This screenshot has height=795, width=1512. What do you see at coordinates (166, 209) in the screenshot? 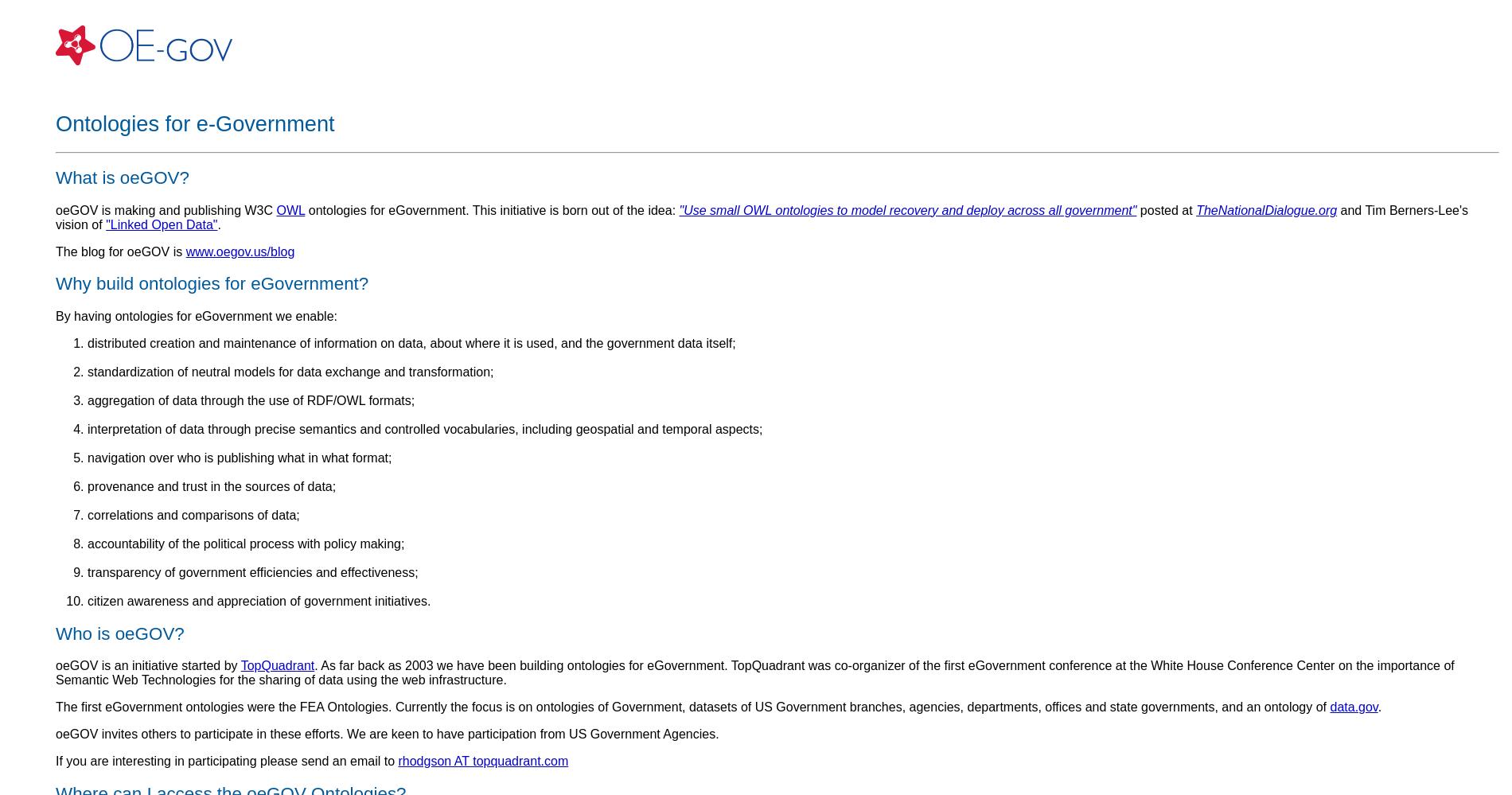
I see `'oeGOV is making and publishing W3C'` at bounding box center [166, 209].